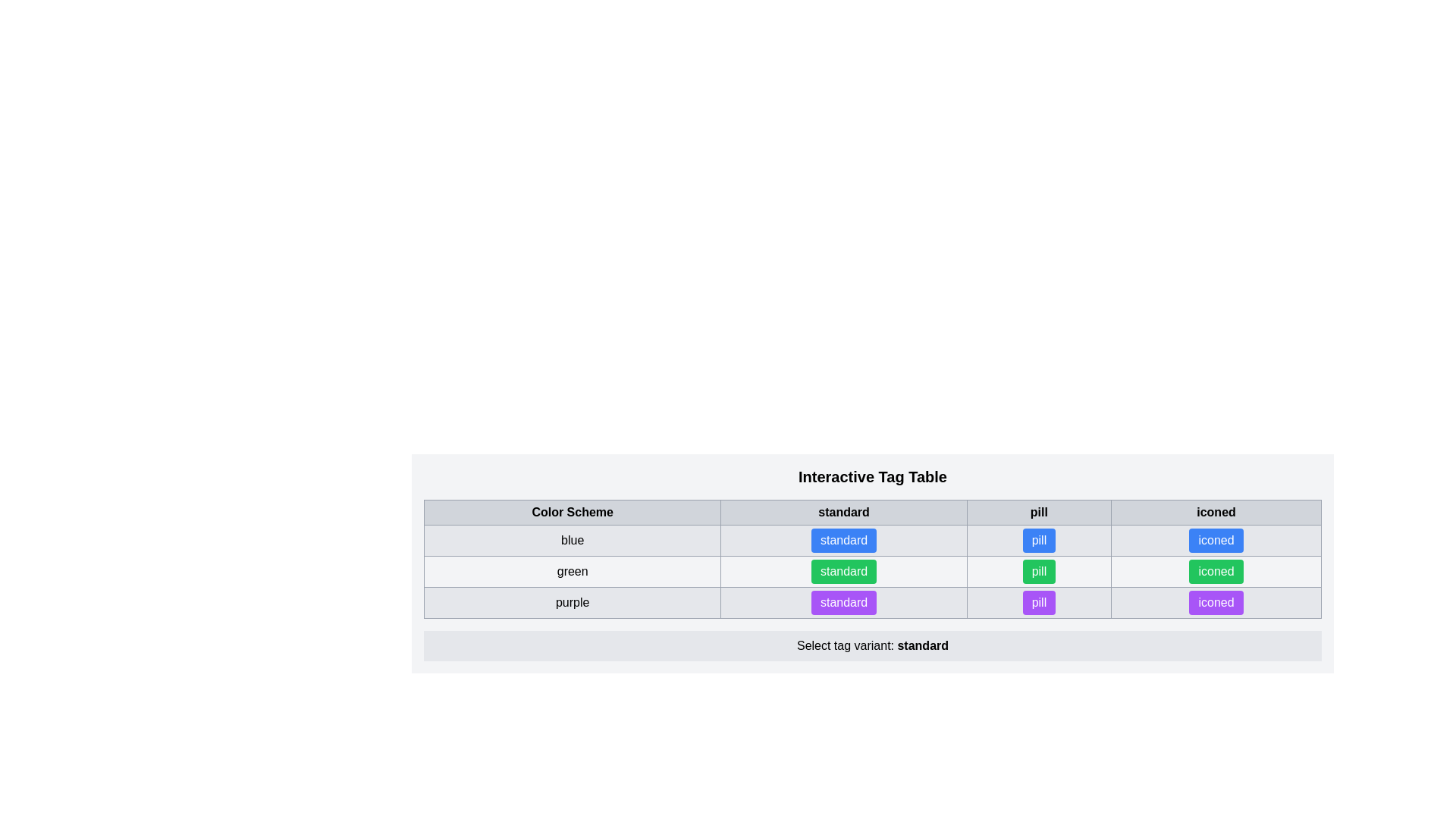 The image size is (1456, 819). I want to click on the static text label element displaying 'Color Scheme' which is positioned at the top left of a row of four elements, featuring a bold black font on a light gray background, so click(572, 512).